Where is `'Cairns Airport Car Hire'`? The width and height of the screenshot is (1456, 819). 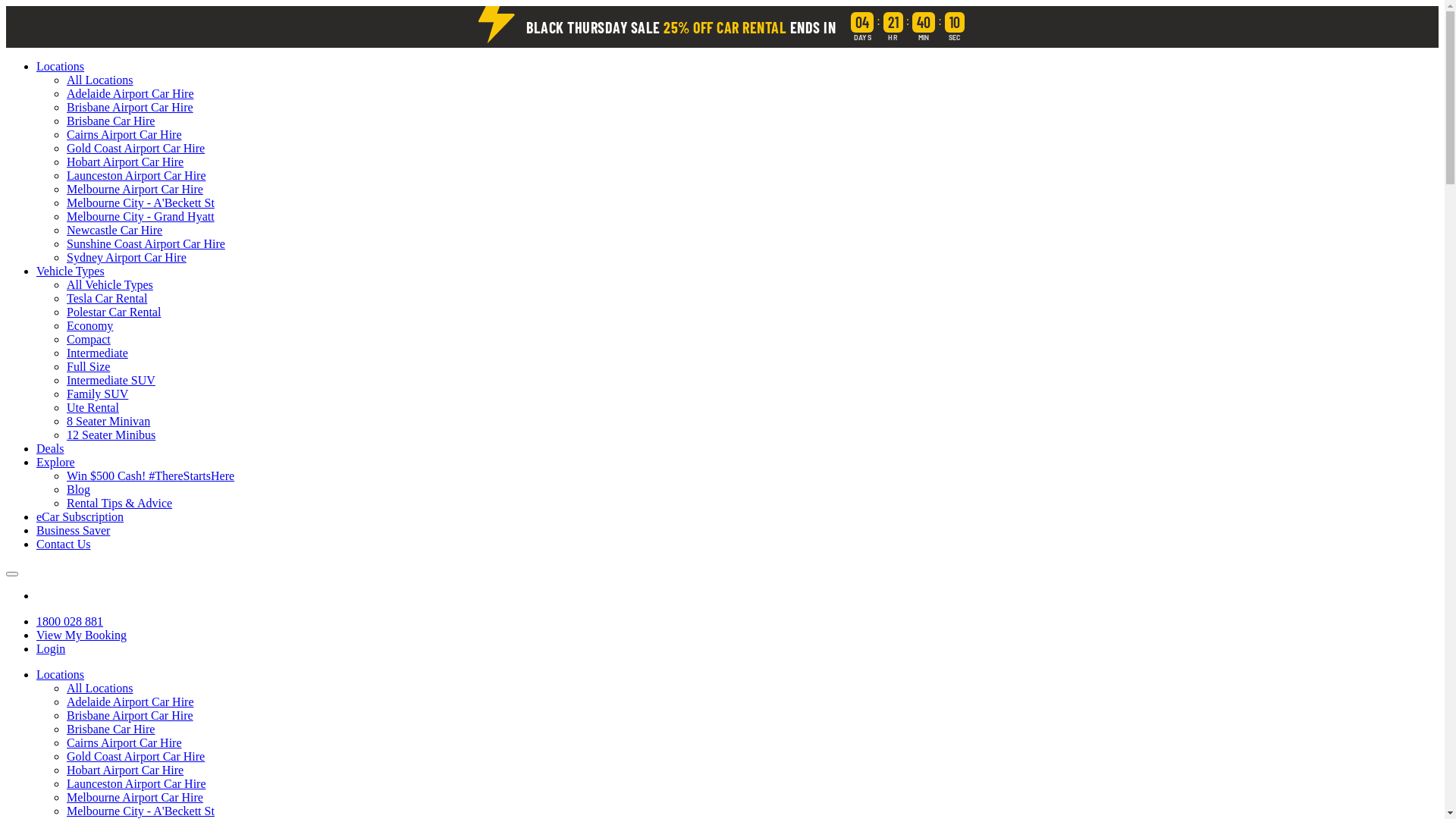
'Cairns Airport Car Hire' is located at coordinates (124, 742).